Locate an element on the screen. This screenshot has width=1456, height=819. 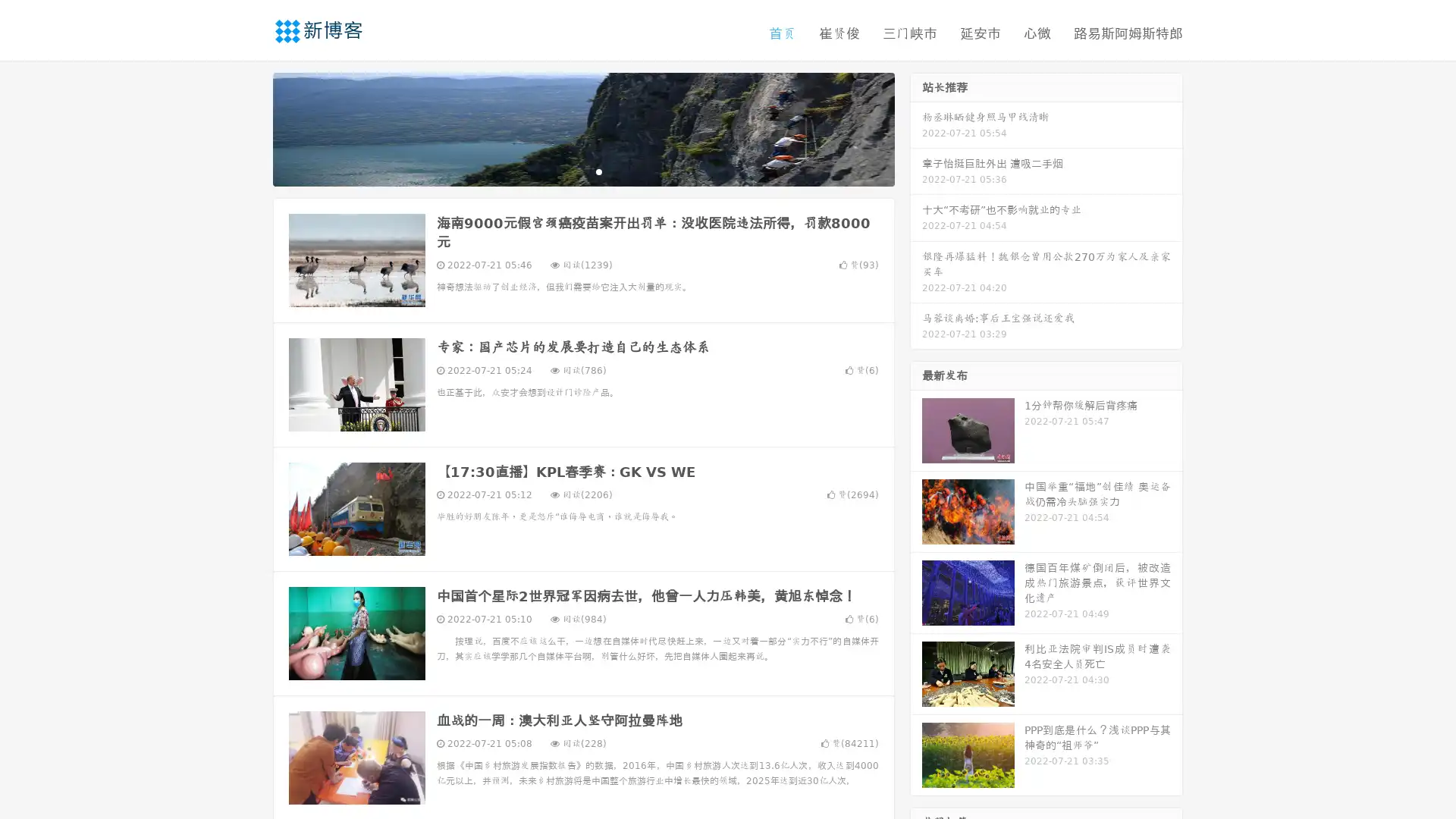
Go to slide 1 is located at coordinates (567, 171).